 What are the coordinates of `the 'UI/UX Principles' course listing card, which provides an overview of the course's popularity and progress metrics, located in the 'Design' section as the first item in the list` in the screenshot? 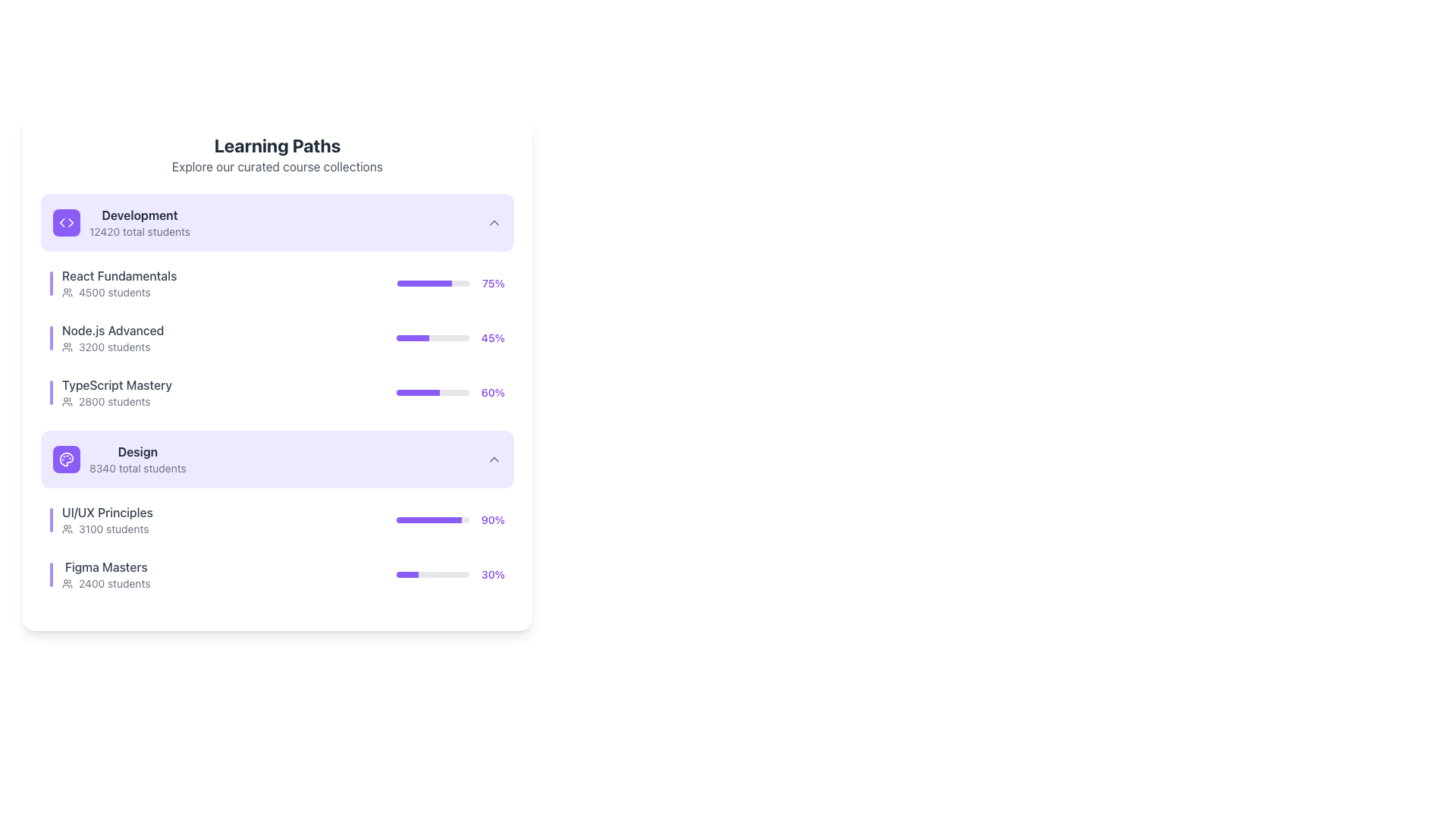 It's located at (277, 547).